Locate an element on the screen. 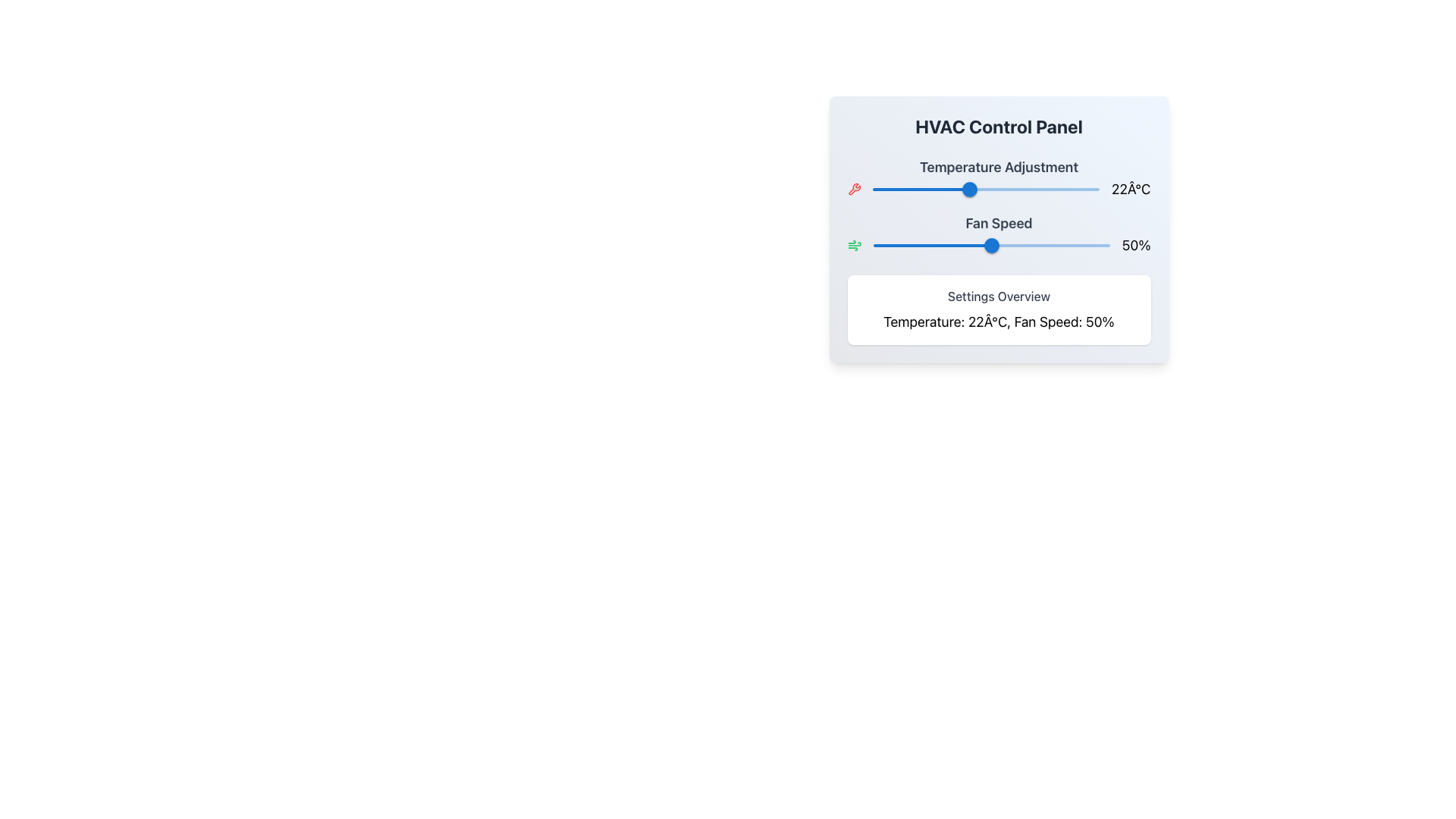 This screenshot has width=1456, height=819. the temperature slider is located at coordinates (1004, 189).